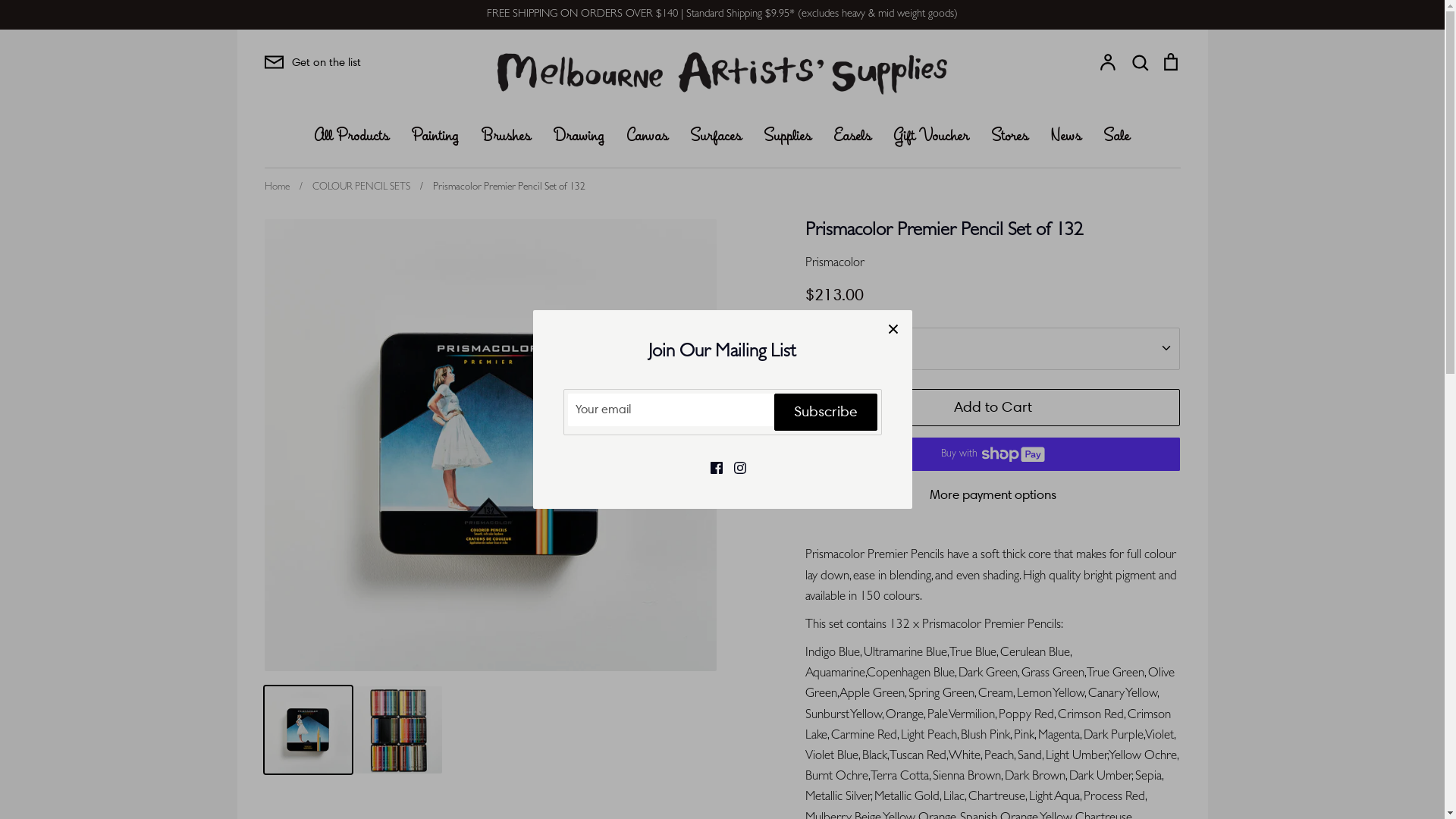 The image size is (1456, 819). Describe the element at coordinates (824, 412) in the screenshot. I see `'Subscribe'` at that location.